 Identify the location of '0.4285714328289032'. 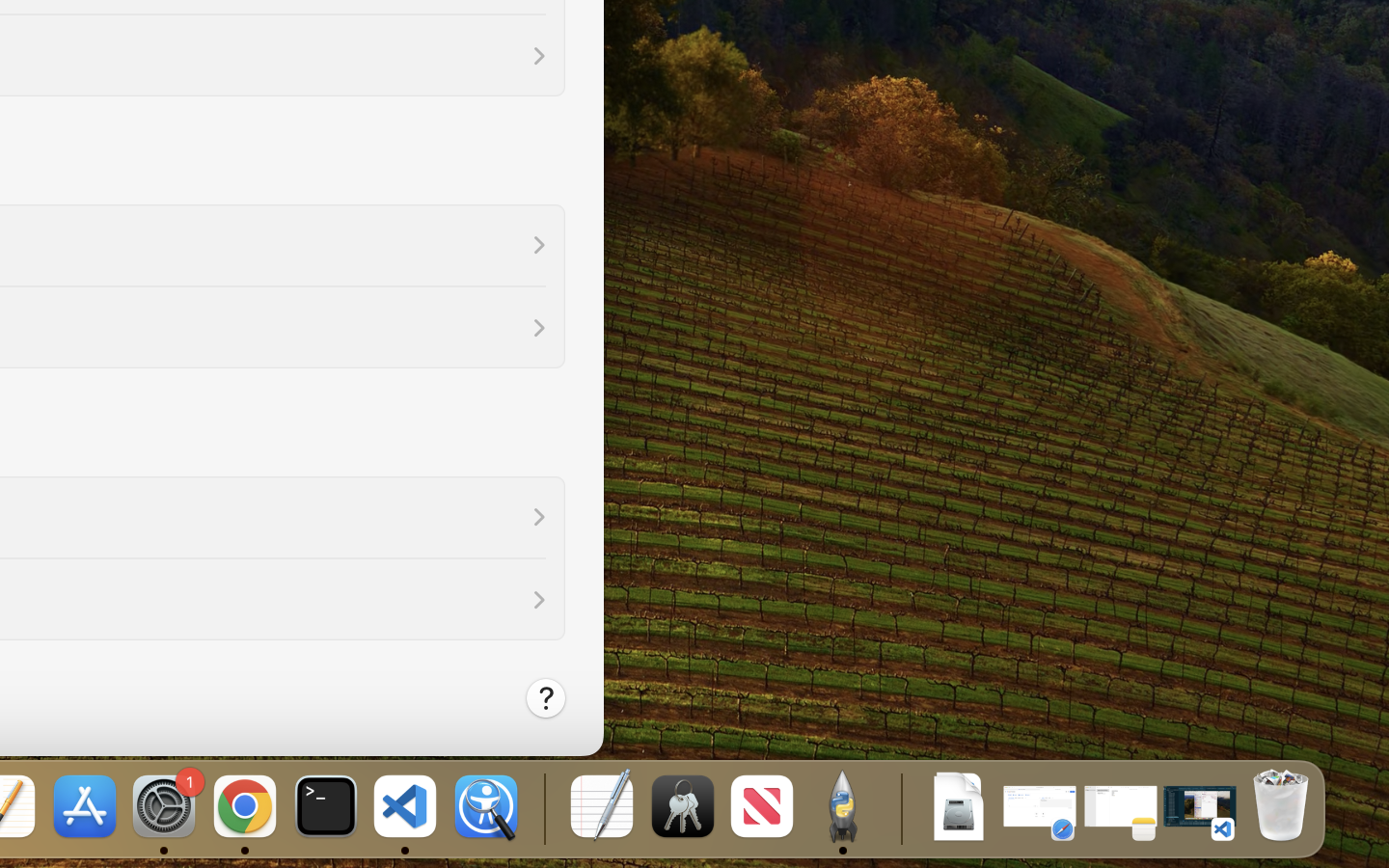
(542, 807).